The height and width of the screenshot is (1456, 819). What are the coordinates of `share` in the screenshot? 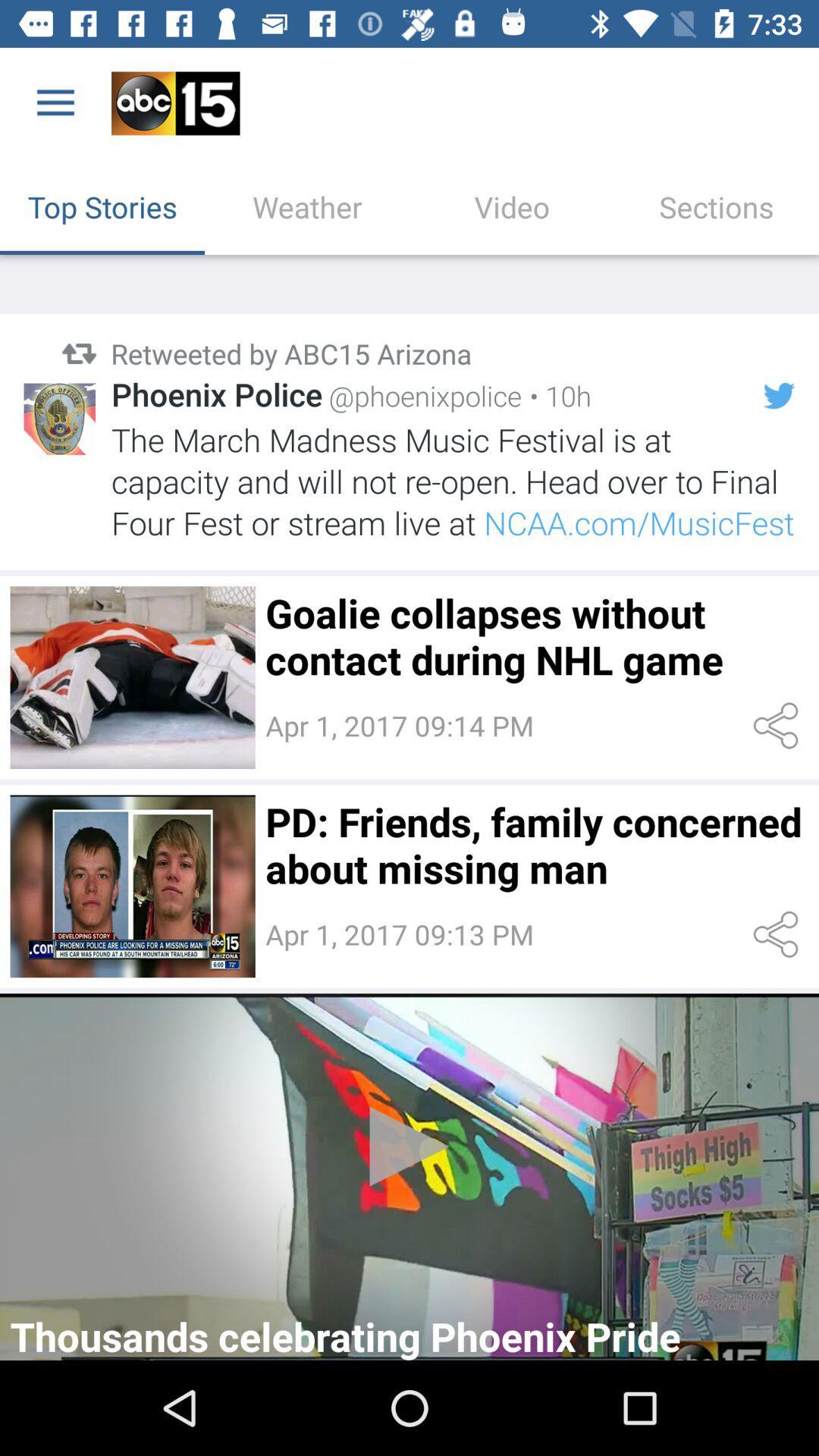 It's located at (779, 725).